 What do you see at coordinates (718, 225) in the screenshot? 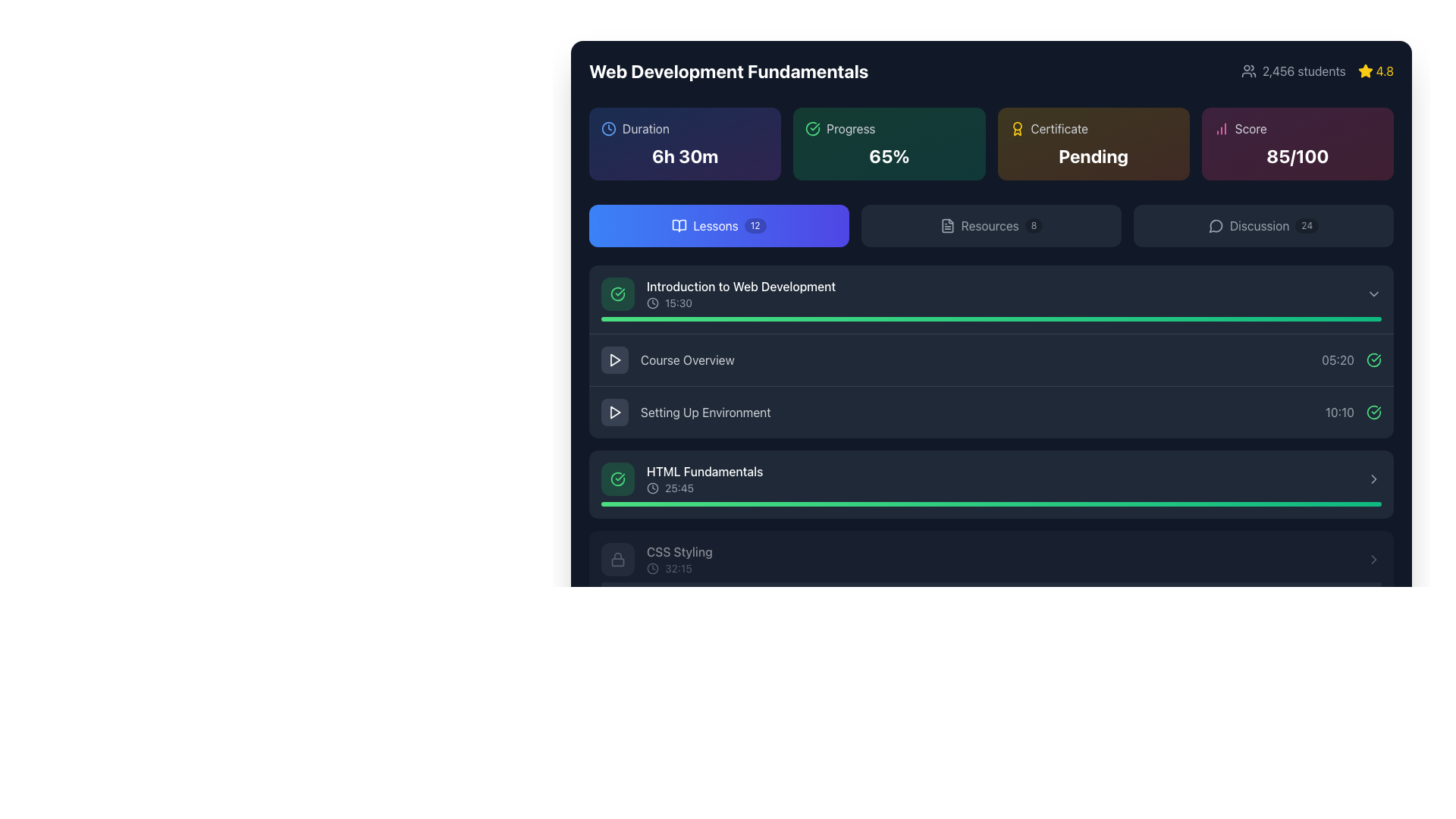
I see `the 'Lessons' interactive button, which is the first button in a row with a blue to indigo gradient background and features the text 'Lessons' and an open book icon` at bounding box center [718, 225].